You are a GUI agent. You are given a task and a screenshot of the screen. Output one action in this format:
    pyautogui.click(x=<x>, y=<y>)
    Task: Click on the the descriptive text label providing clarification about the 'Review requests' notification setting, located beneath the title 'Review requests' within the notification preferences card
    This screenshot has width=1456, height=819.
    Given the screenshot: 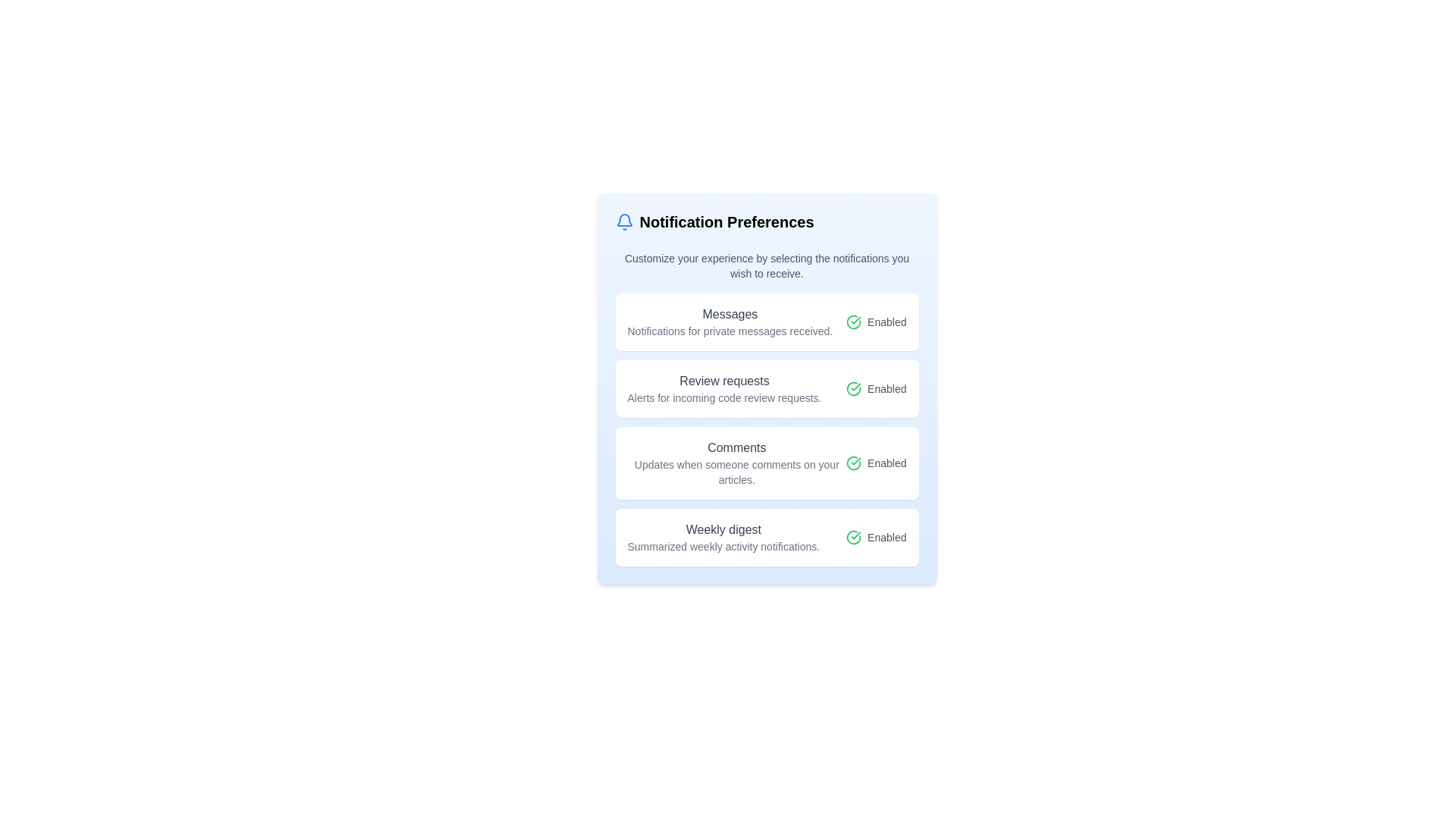 What is the action you would take?
    pyautogui.click(x=723, y=397)
    